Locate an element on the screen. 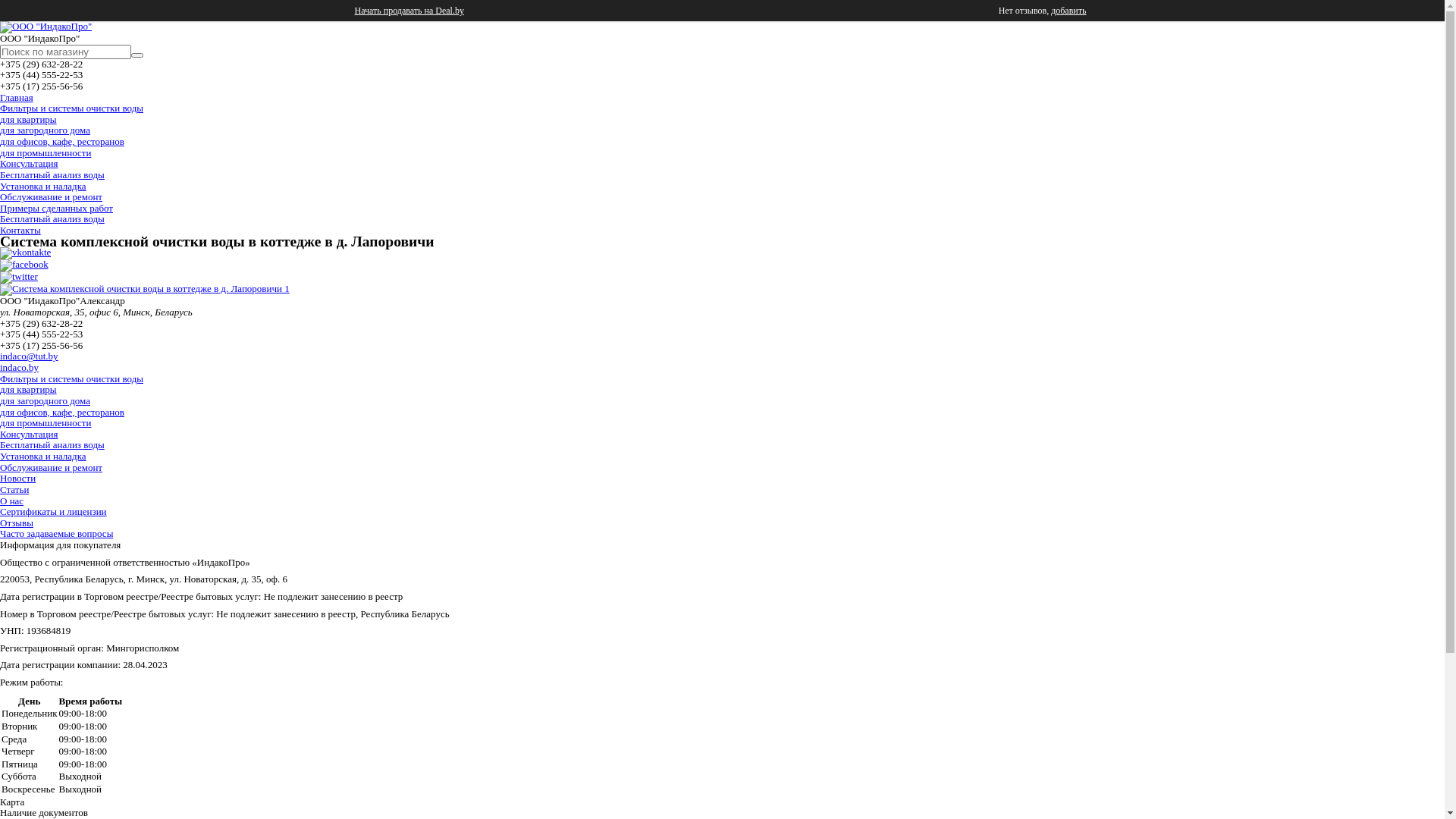 The width and height of the screenshot is (1456, 819). 'facebook' is located at coordinates (24, 263).